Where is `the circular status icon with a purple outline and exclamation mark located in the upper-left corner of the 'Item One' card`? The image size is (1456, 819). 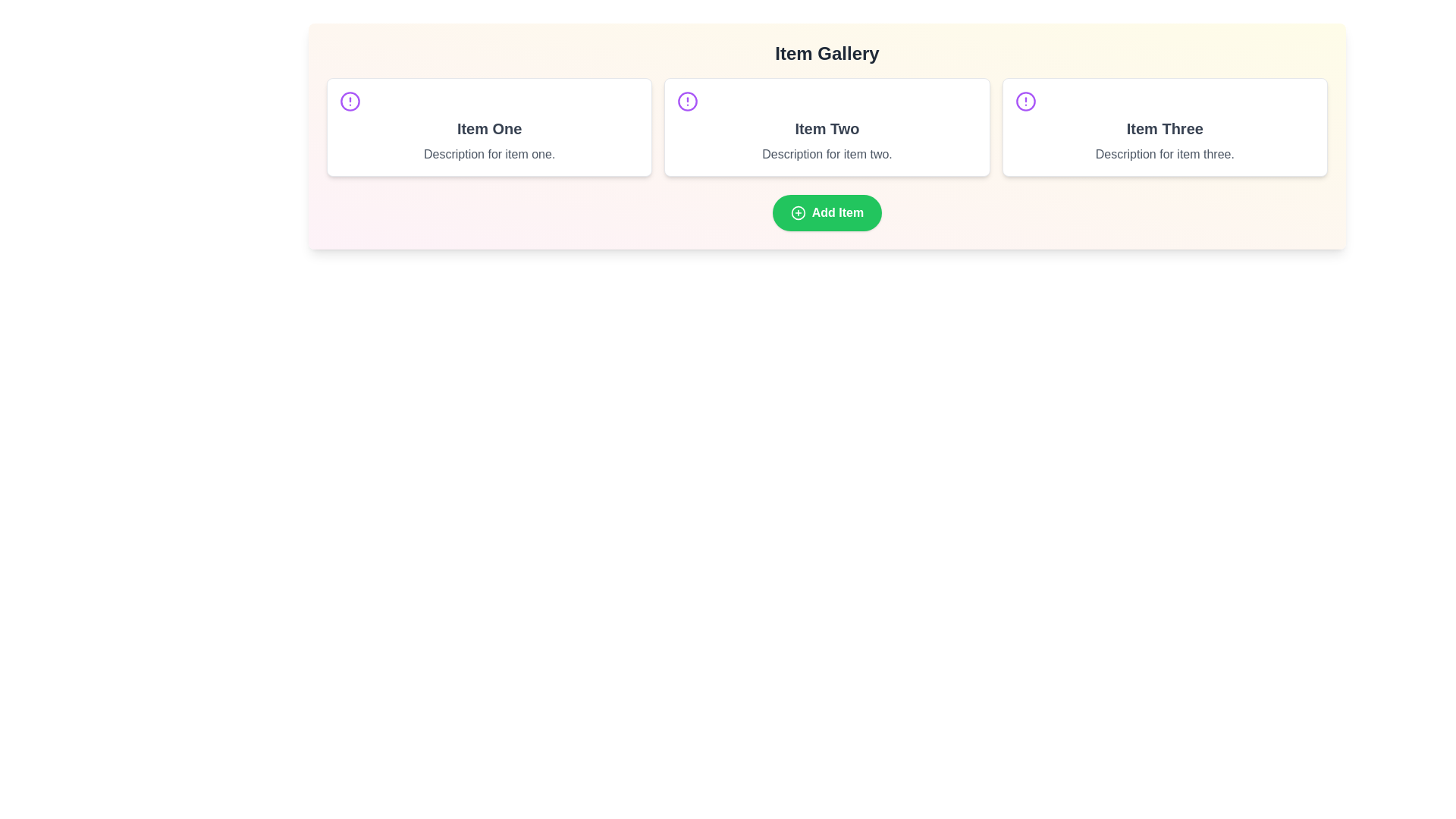
the circular status icon with a purple outline and exclamation mark located in the upper-left corner of the 'Item One' card is located at coordinates (349, 102).